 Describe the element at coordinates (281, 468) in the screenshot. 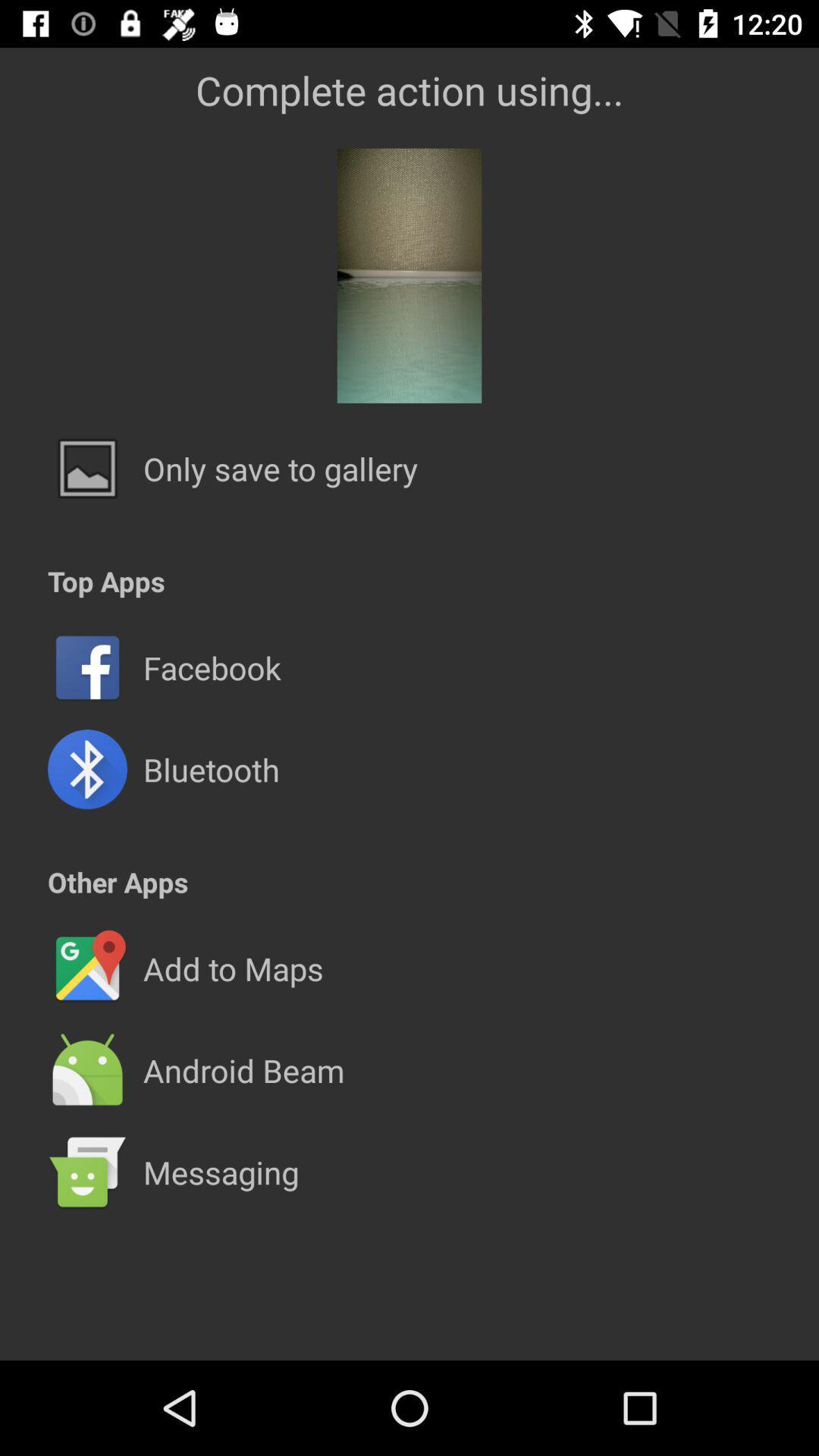

I see `the only save to app` at that location.